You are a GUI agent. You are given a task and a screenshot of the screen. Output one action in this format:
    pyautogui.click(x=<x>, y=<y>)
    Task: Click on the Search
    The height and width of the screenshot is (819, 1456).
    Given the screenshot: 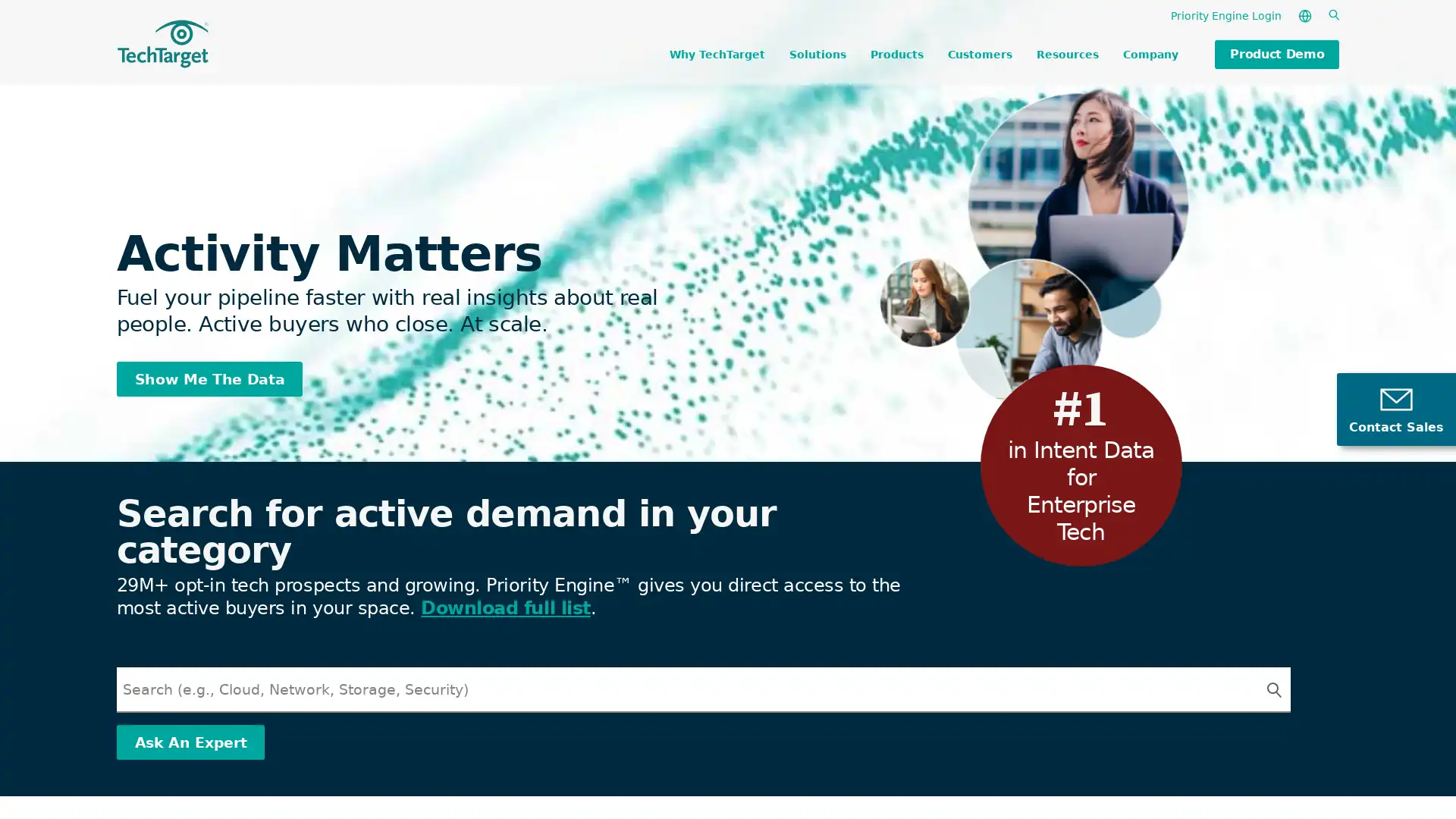 What is the action you would take?
    pyautogui.click(x=1274, y=690)
    